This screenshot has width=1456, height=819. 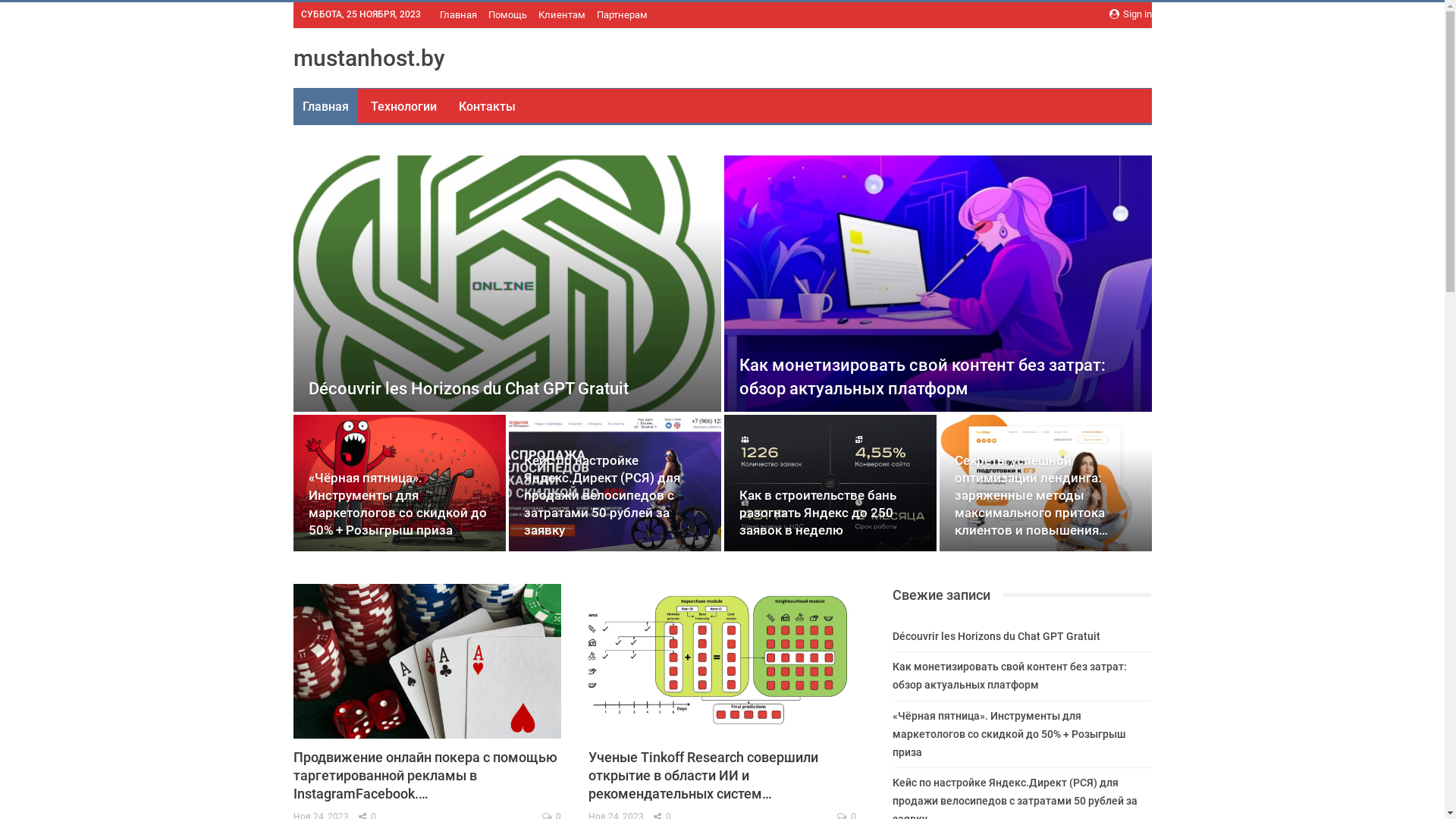 I want to click on 'mustanhost.by', so click(x=368, y=57).